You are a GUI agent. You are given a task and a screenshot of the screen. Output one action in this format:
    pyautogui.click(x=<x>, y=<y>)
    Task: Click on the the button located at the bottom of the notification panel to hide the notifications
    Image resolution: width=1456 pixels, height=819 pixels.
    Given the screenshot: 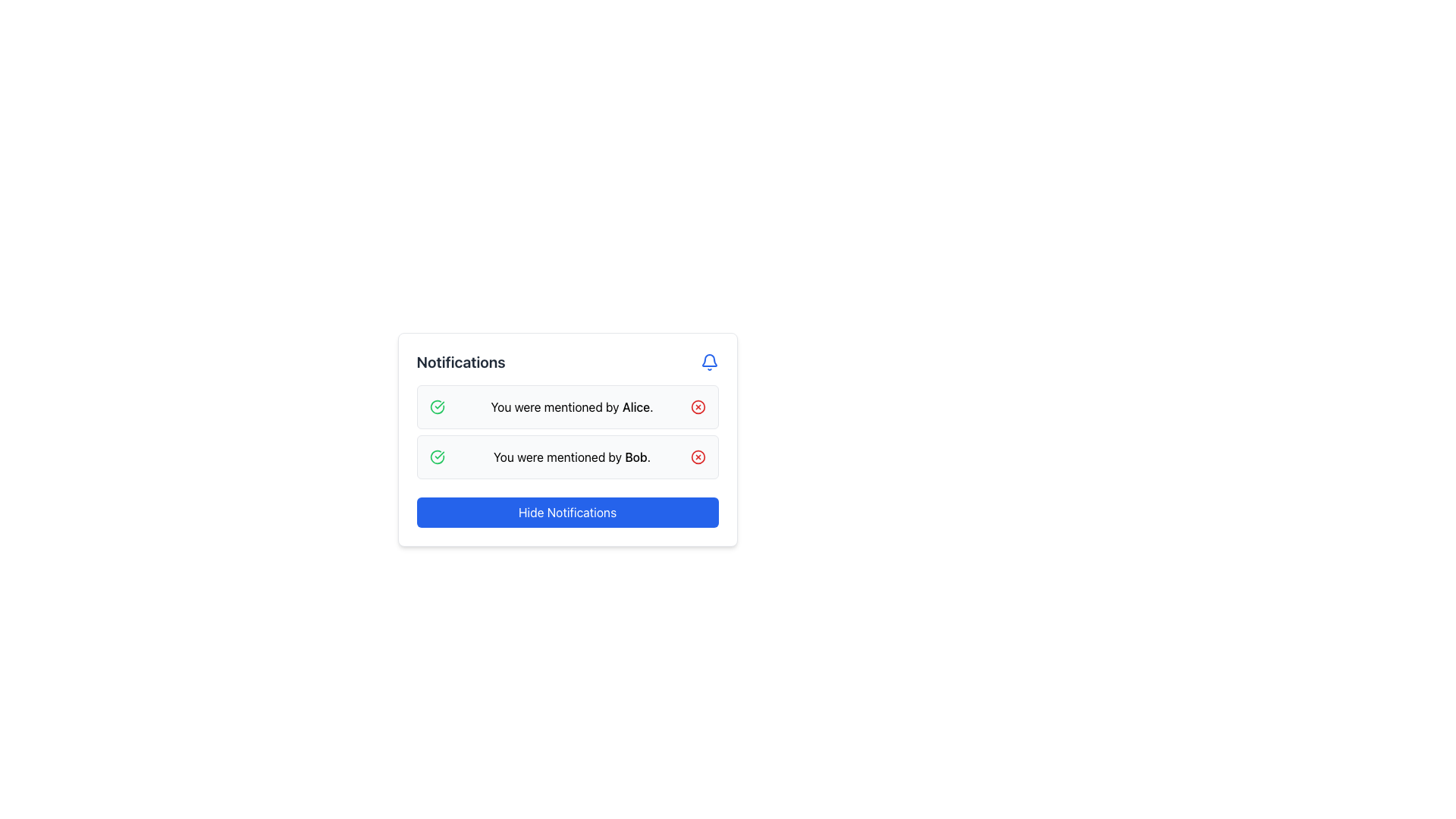 What is the action you would take?
    pyautogui.click(x=566, y=512)
    